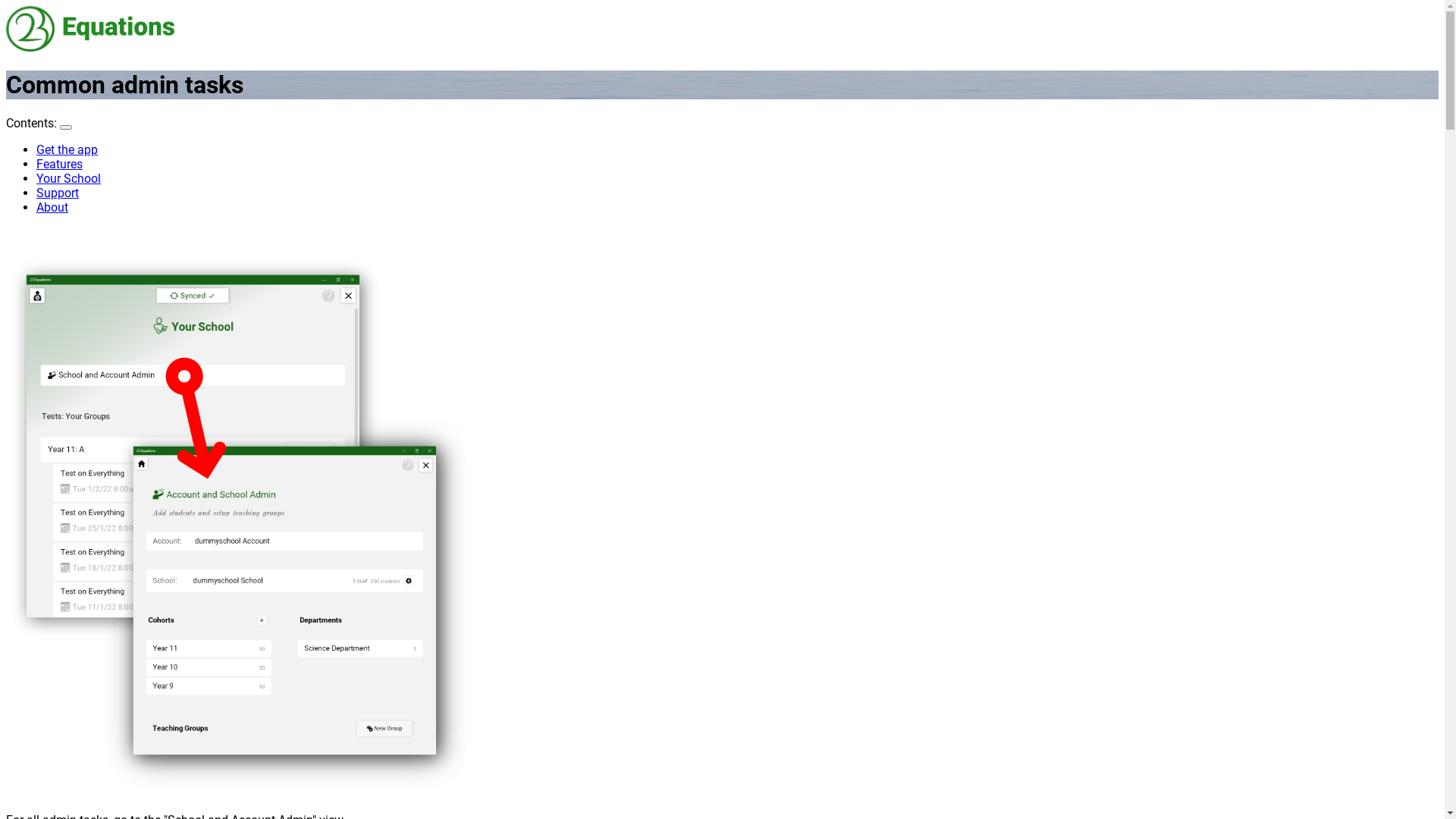  I want to click on 'Your School', so click(36, 177).